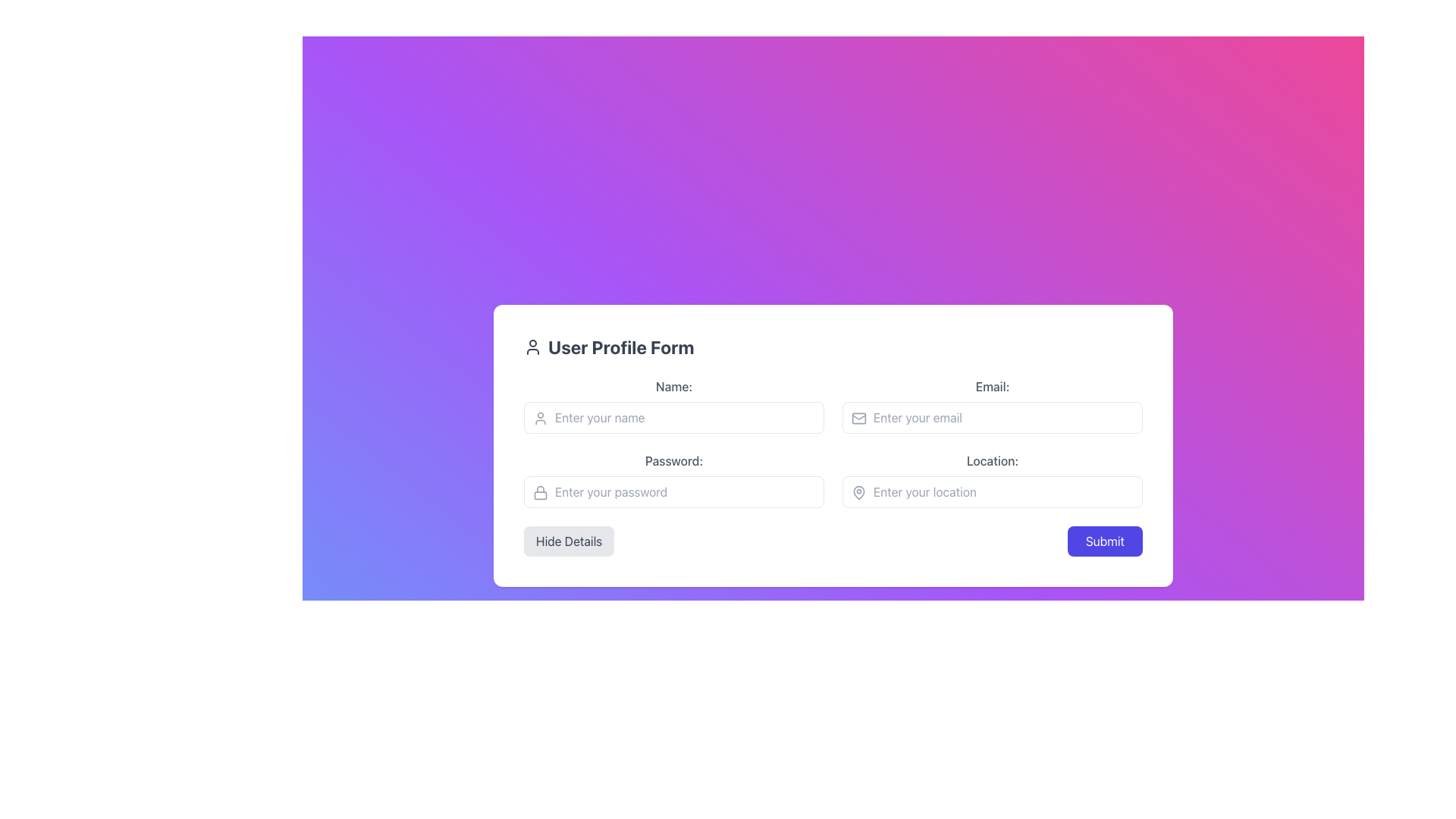 This screenshot has width=1456, height=819. I want to click on the 'Submit' button, which is a deep indigo rectangular button with rounded edges located at the bottom-right corner of the form, so click(1105, 540).